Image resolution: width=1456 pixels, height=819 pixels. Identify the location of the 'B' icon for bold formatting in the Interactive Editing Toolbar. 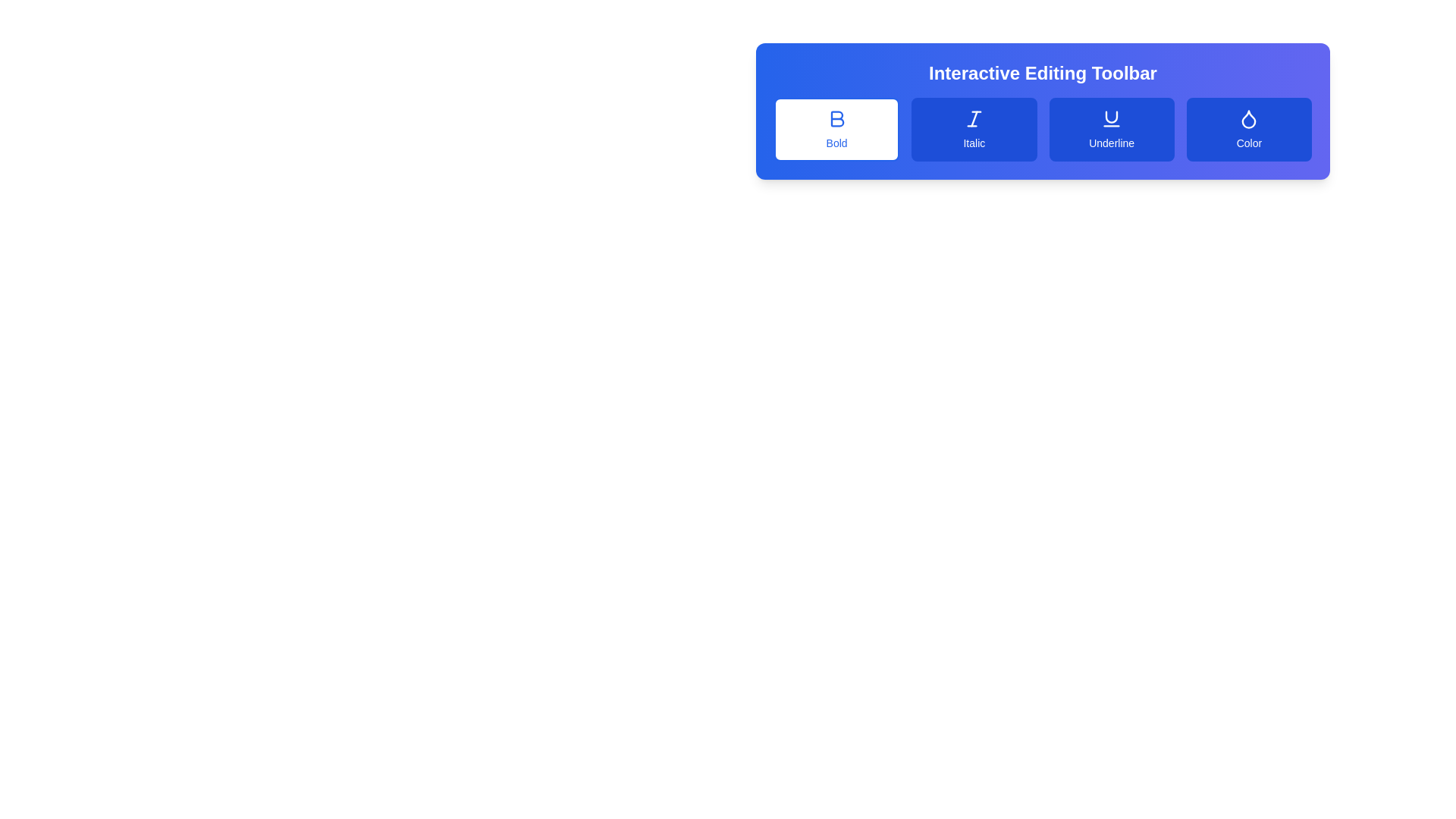
(836, 118).